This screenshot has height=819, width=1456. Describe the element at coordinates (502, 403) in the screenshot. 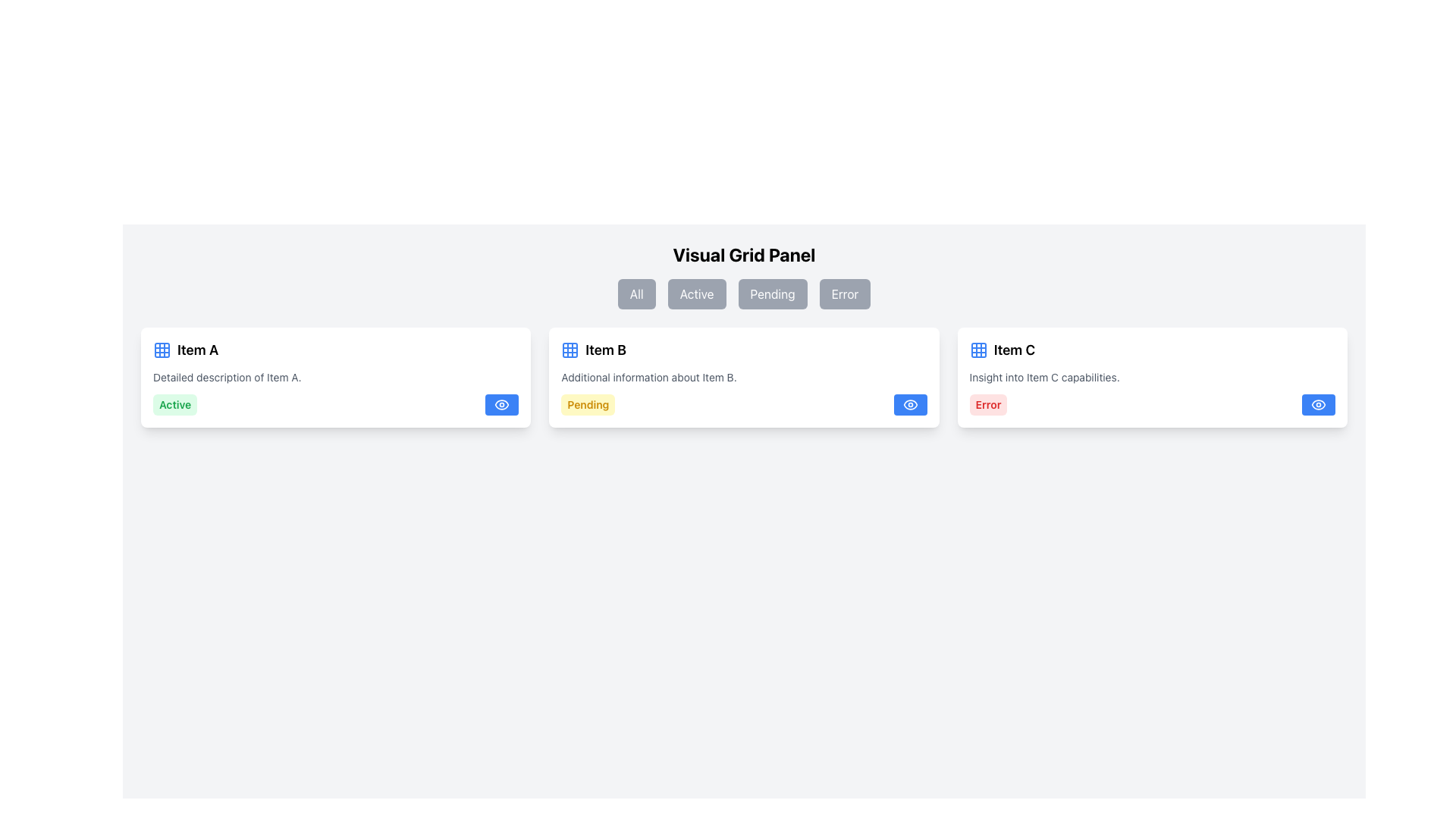

I see `the eye icon centered inside the blue rounded button labeled 'Active' under the 'Item A' section` at that location.